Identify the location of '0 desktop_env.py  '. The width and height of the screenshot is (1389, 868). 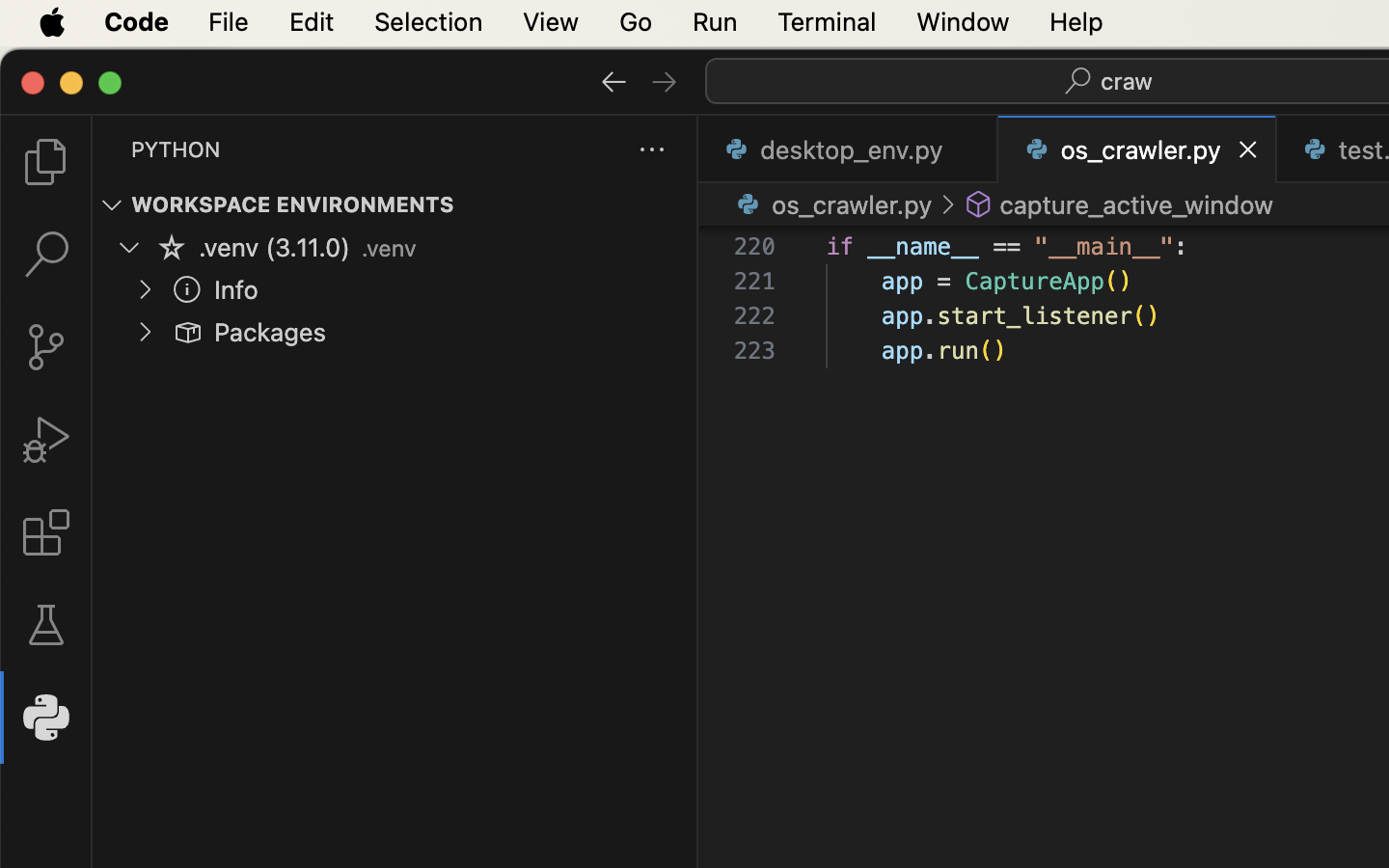
(847, 149).